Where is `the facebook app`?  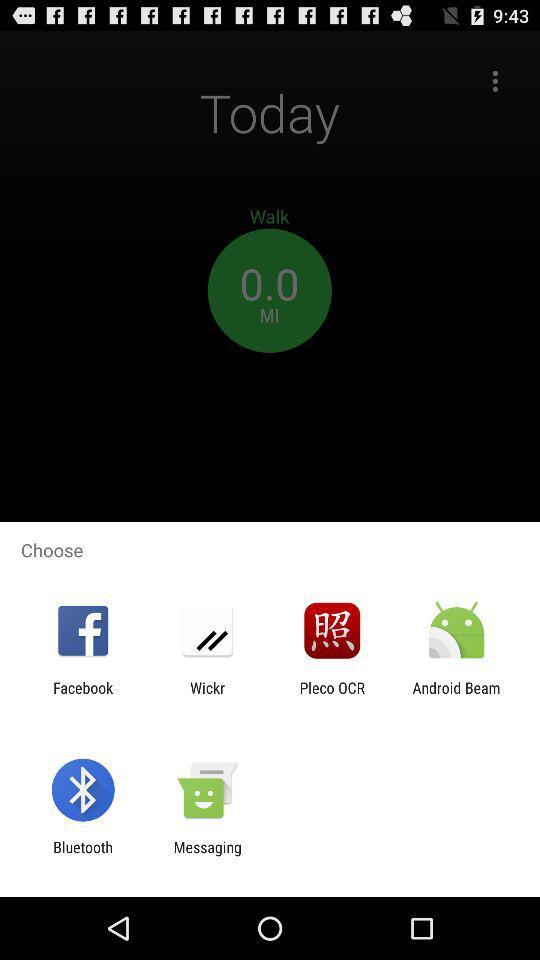 the facebook app is located at coordinates (82, 696).